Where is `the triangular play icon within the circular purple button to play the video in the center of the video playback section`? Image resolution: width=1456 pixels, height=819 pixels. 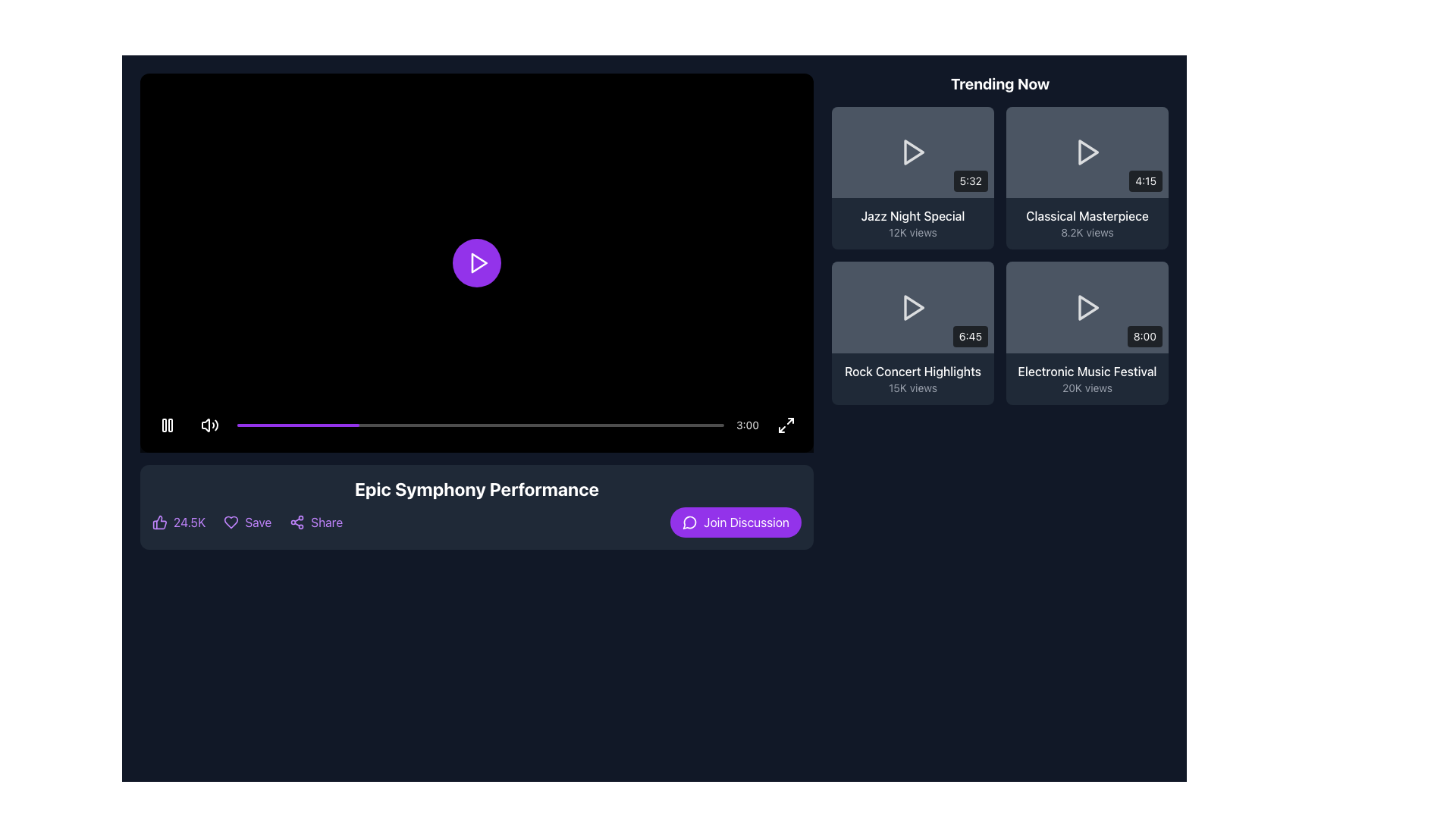 the triangular play icon within the circular purple button to play the video in the center of the video playback section is located at coordinates (477, 262).